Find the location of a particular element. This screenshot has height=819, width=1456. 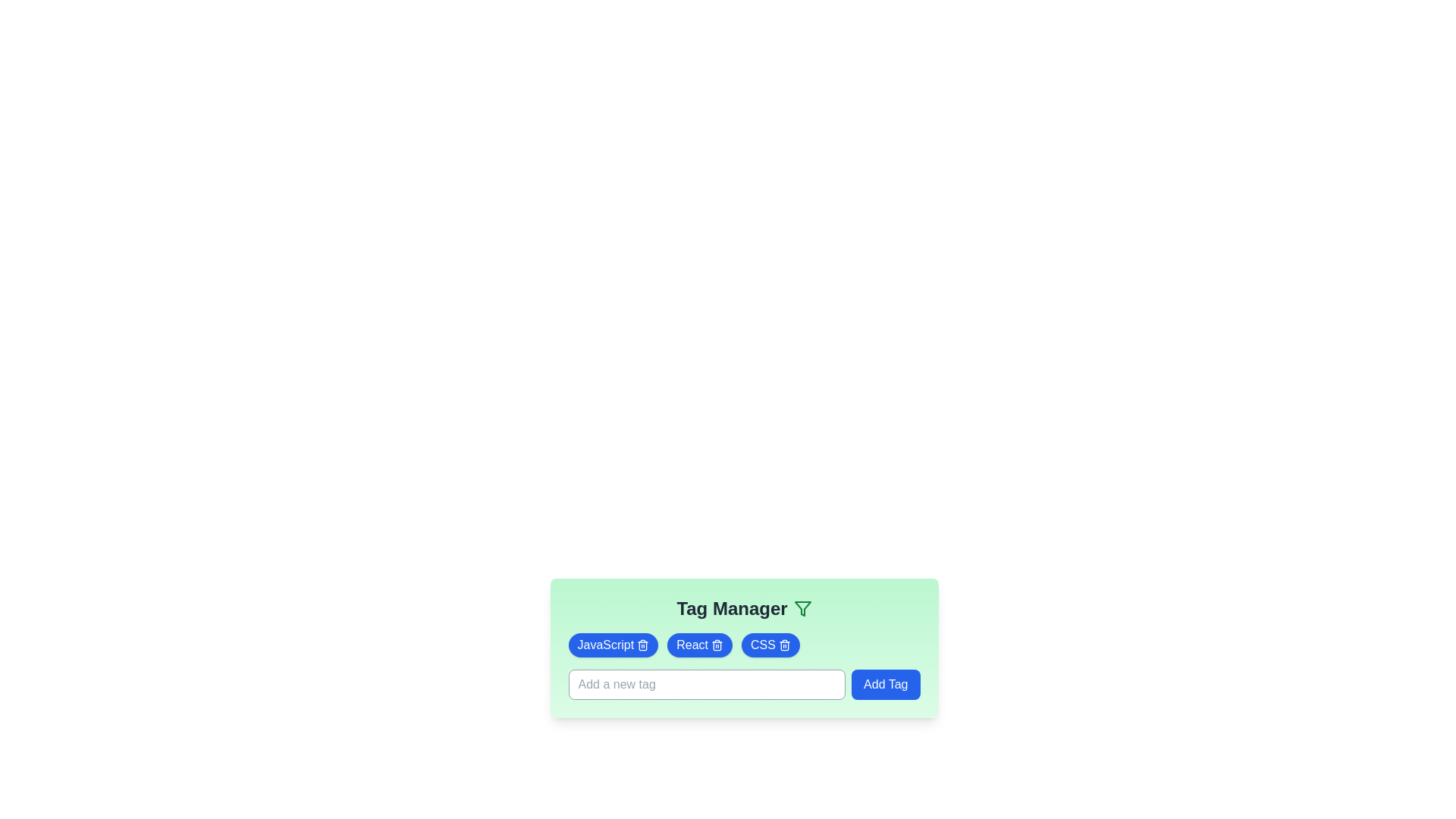

the green funnel-shaped icon located to the right of the 'Tag Manager' text in the header area is located at coordinates (802, 607).